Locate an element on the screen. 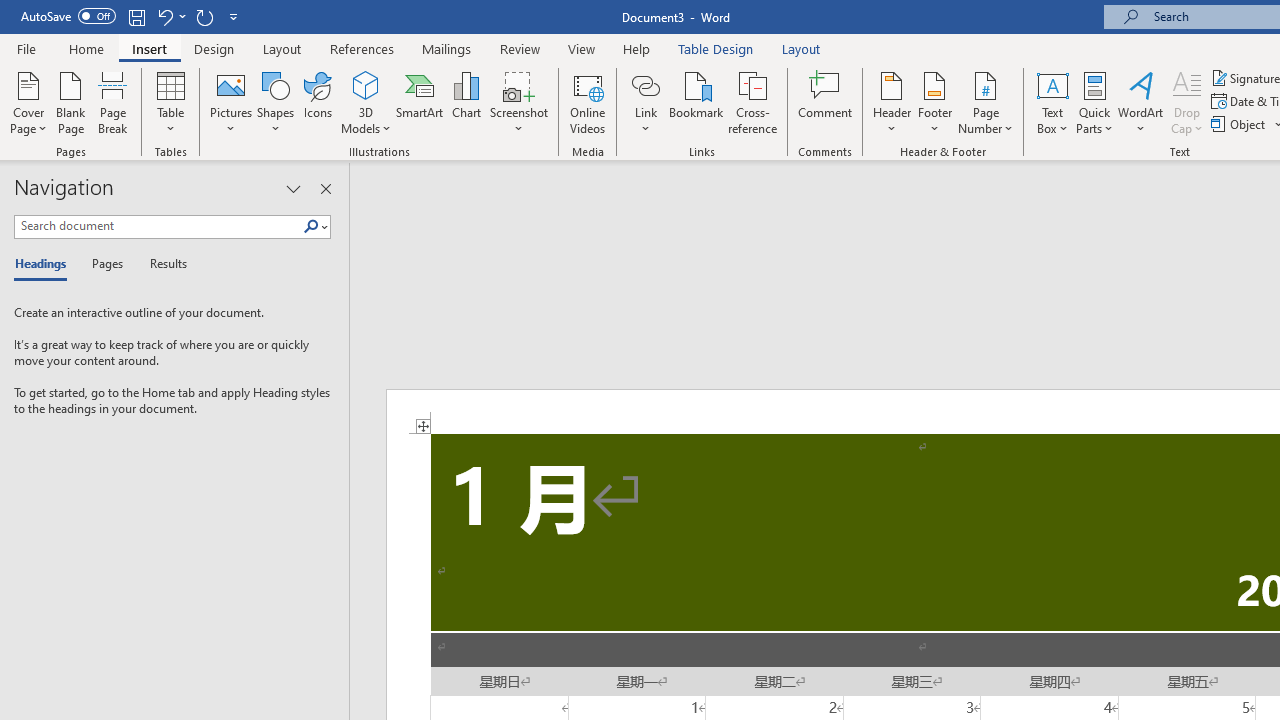 This screenshot has height=720, width=1280. 'Repeat Doc Close' is located at coordinates (204, 16).